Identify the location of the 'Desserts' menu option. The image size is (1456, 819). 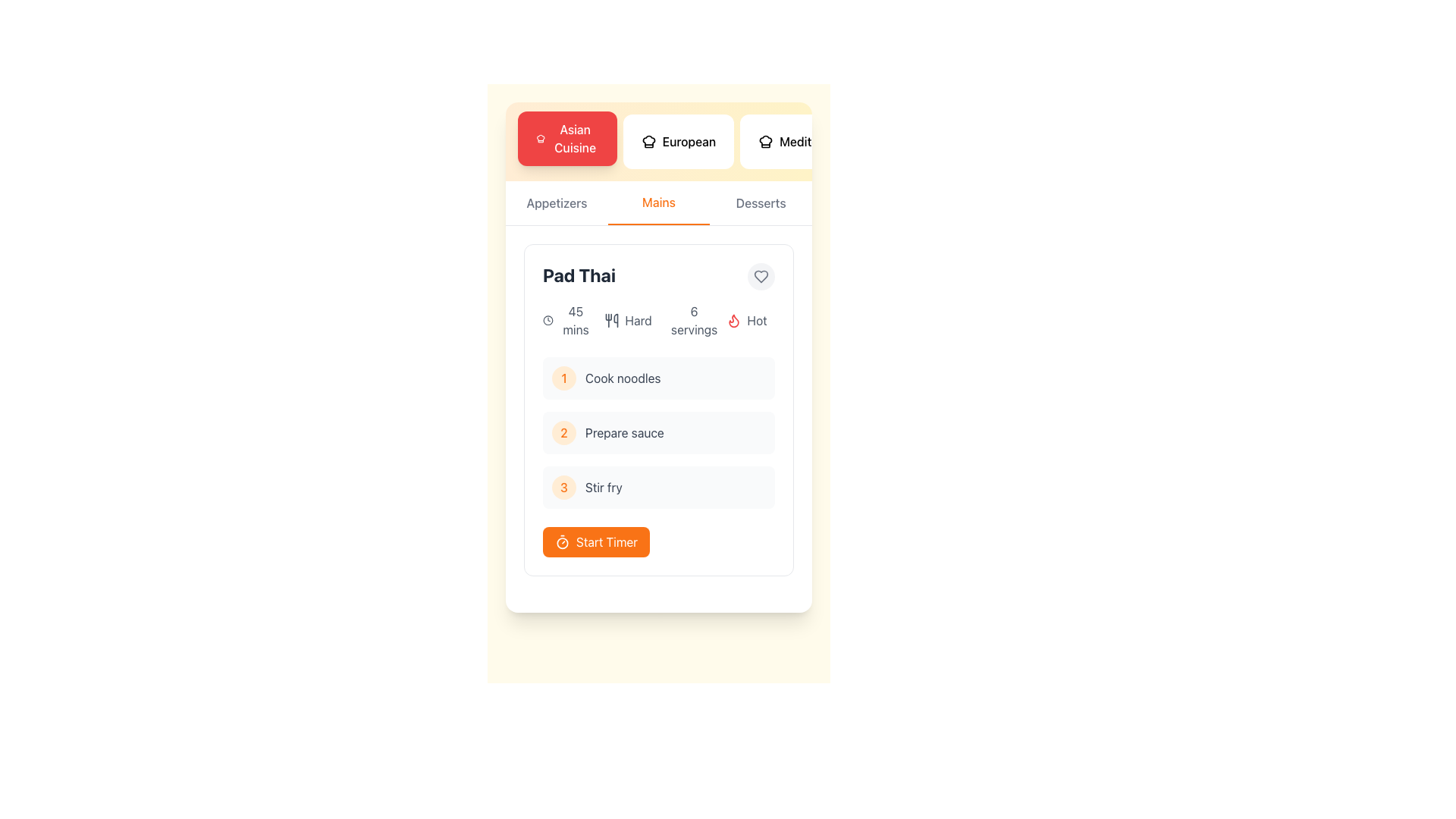
(761, 202).